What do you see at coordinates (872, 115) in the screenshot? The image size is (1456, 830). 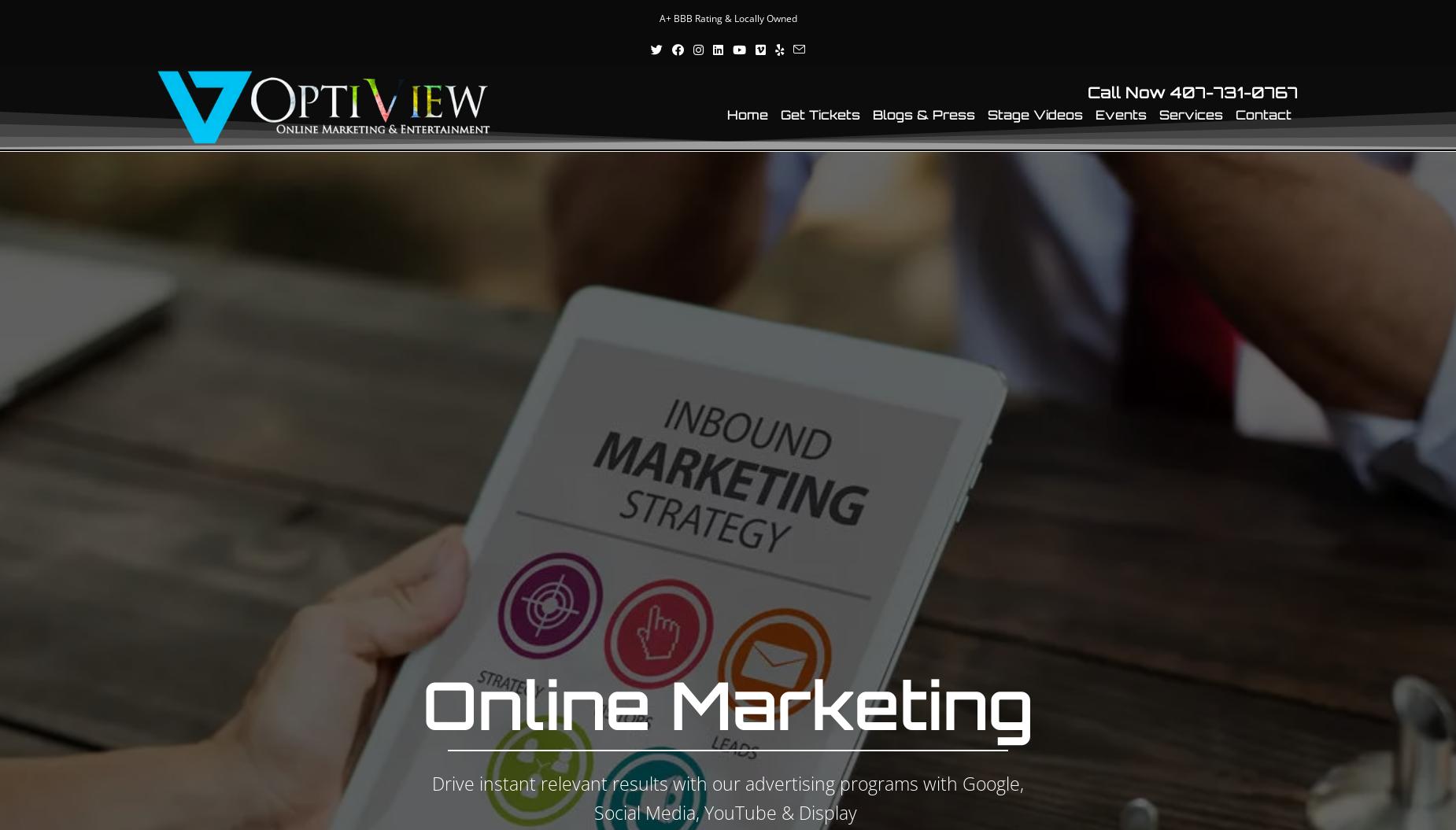 I see `'Blogs & Press'` at bounding box center [872, 115].